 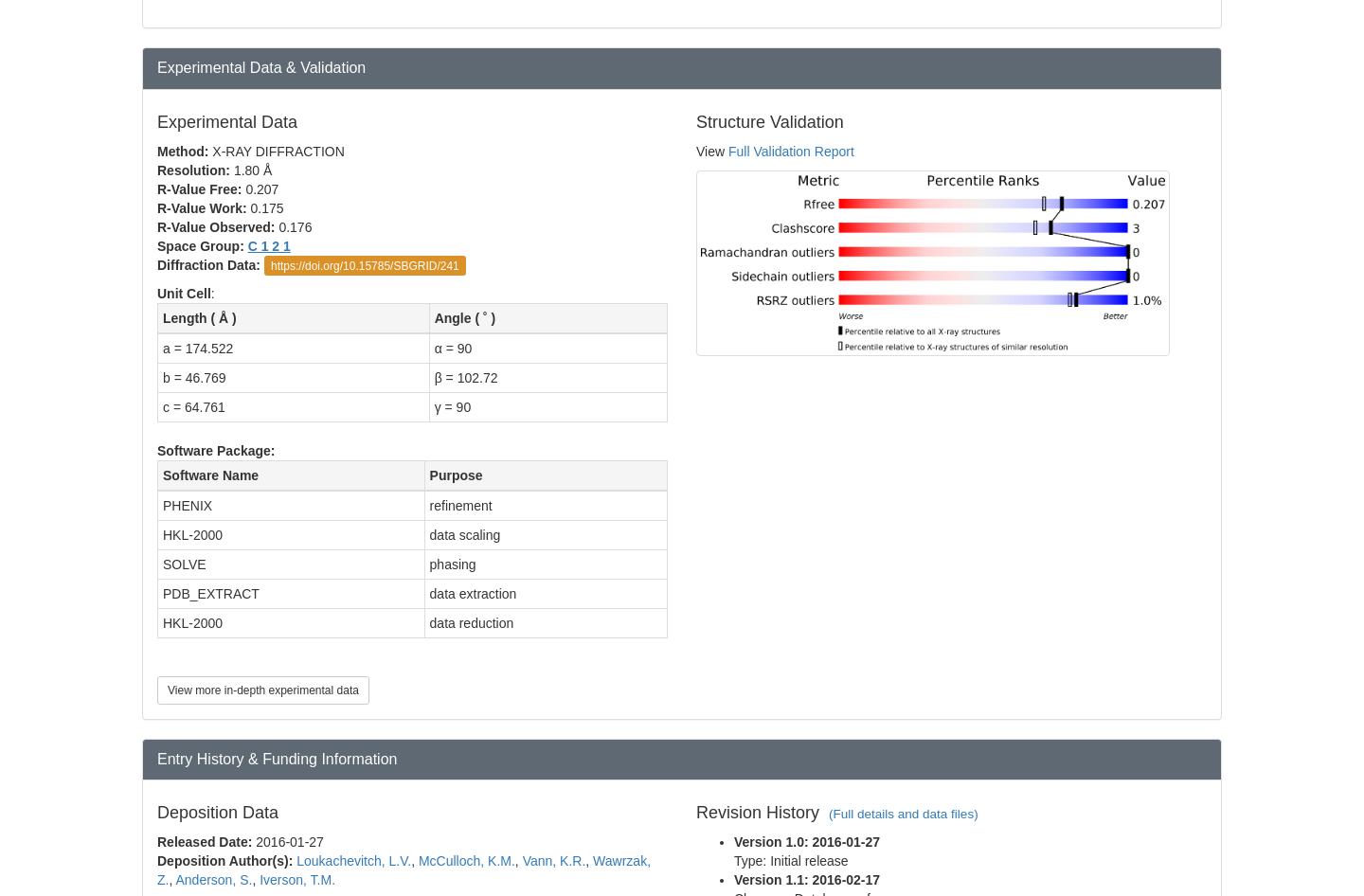 I want to click on '0.176', so click(x=296, y=224).